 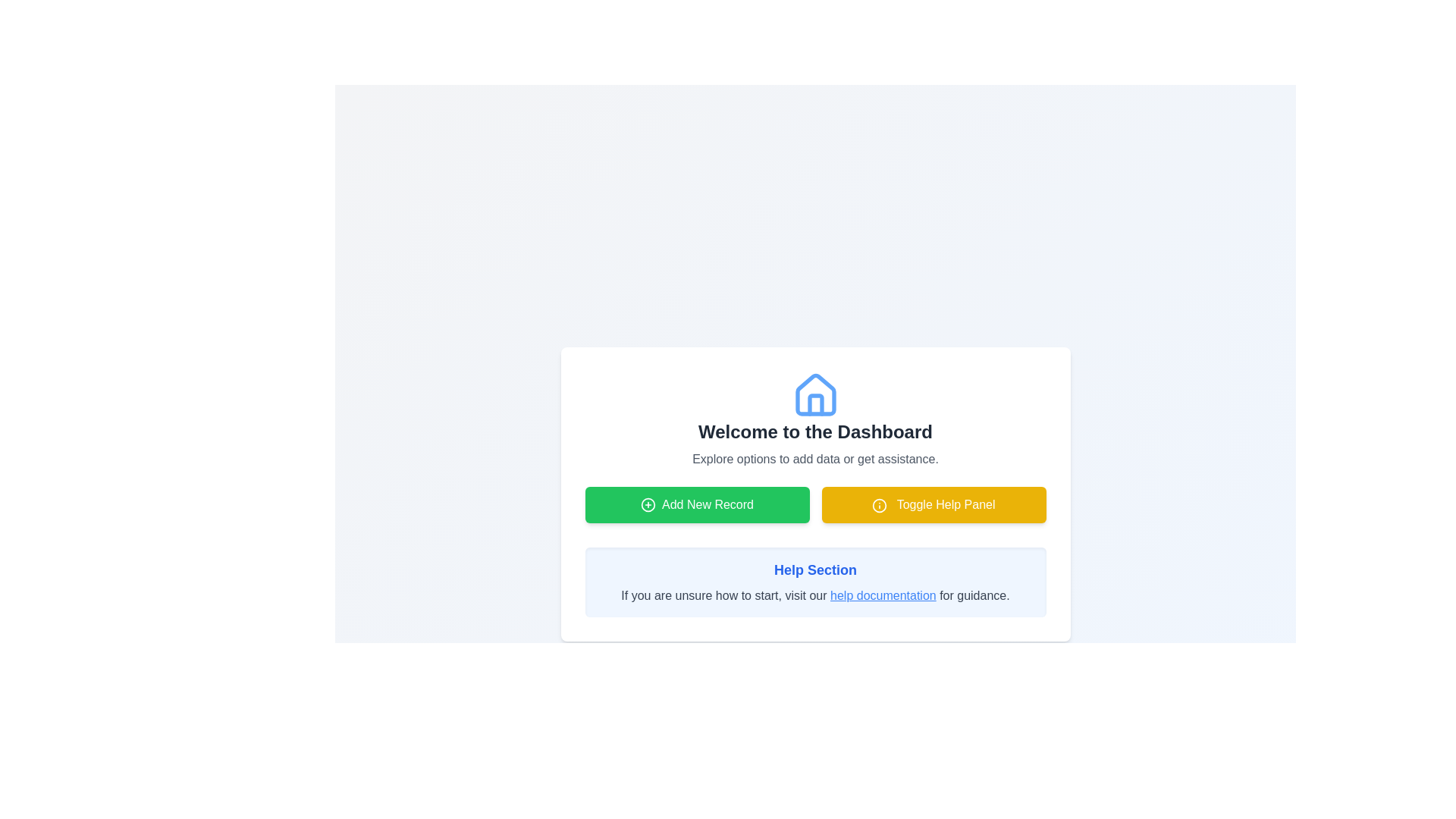 What do you see at coordinates (696, 505) in the screenshot?
I see `the green button labeled 'Add New Record' with a plus icon` at bounding box center [696, 505].